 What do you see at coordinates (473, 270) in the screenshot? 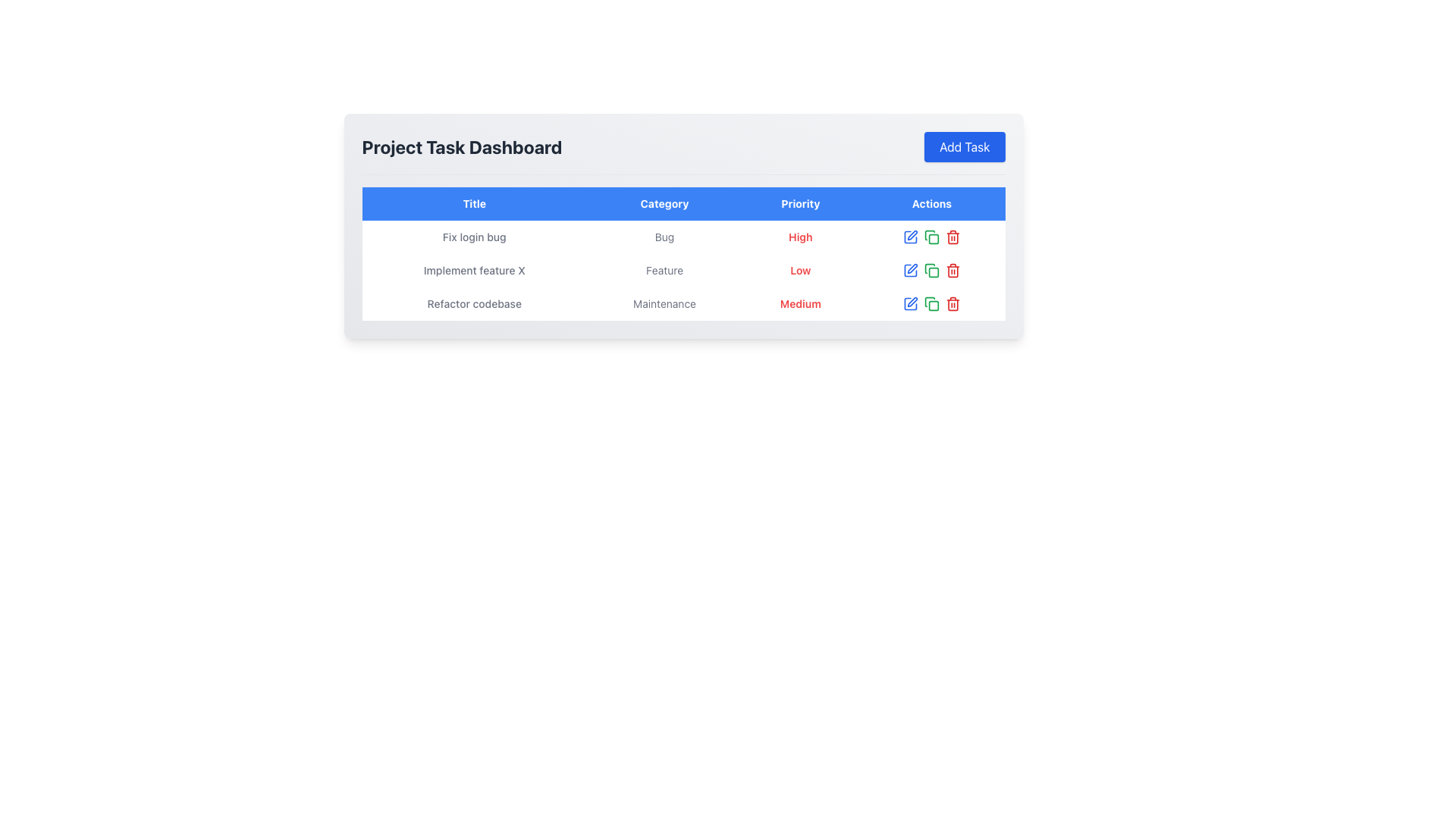
I see `the text label displaying 'Implement feature X'` at bounding box center [473, 270].